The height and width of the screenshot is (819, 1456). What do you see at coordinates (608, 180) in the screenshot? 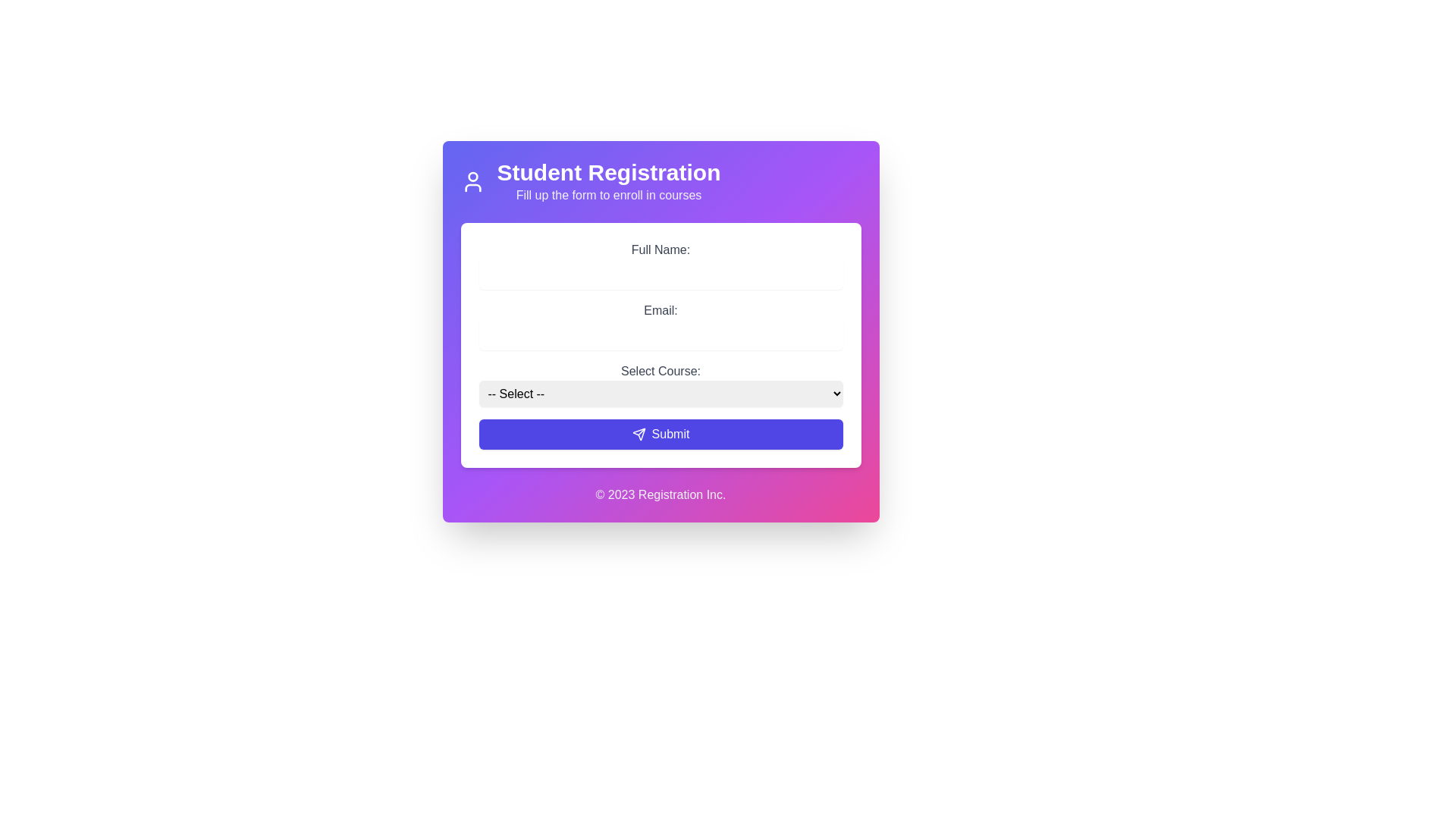
I see `the textual heading that serves as the title and introductory description for the course enrollment form, located at the top of the form interface` at bounding box center [608, 180].